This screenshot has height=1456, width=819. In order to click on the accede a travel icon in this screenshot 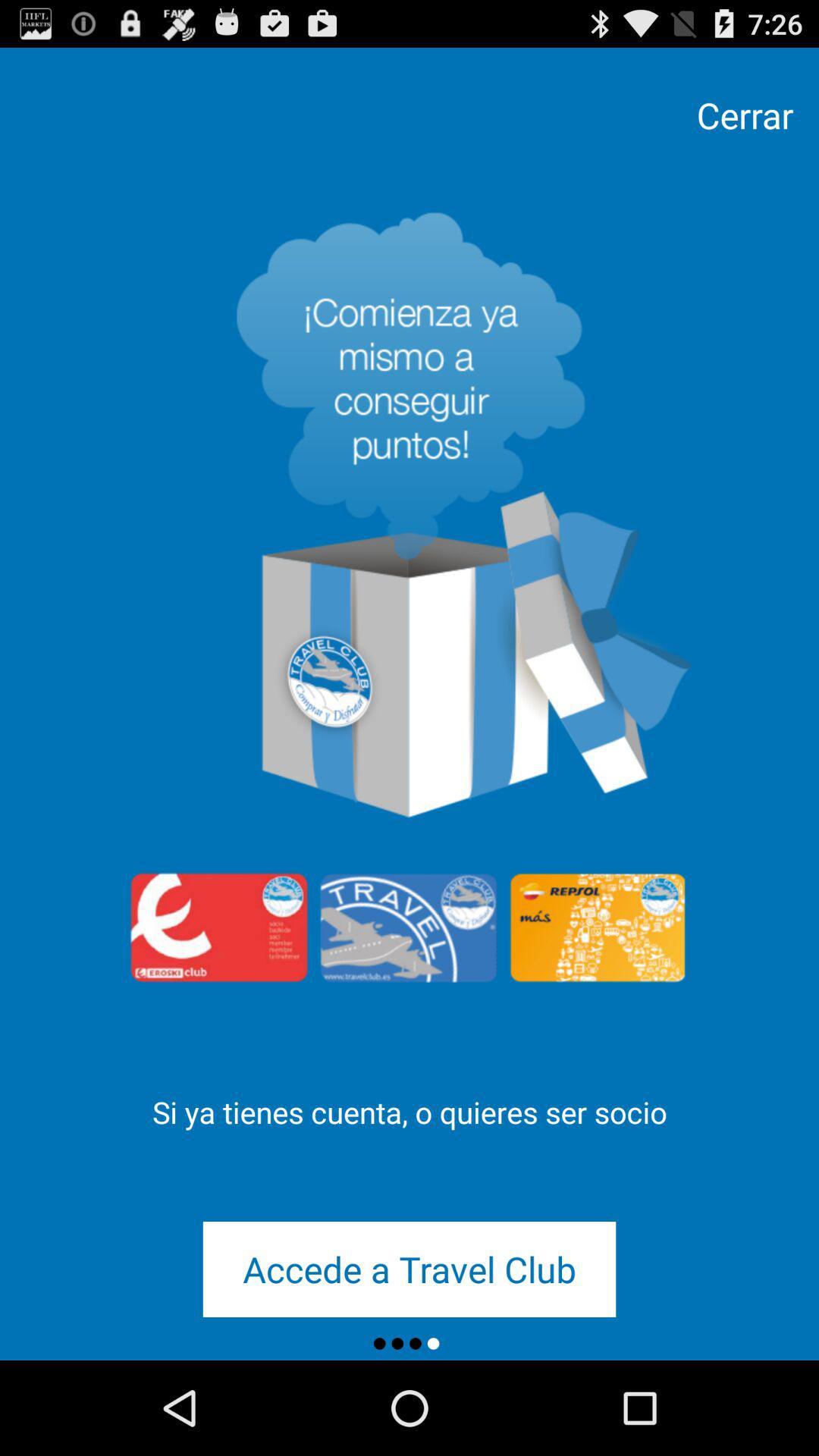, I will do `click(409, 1269)`.